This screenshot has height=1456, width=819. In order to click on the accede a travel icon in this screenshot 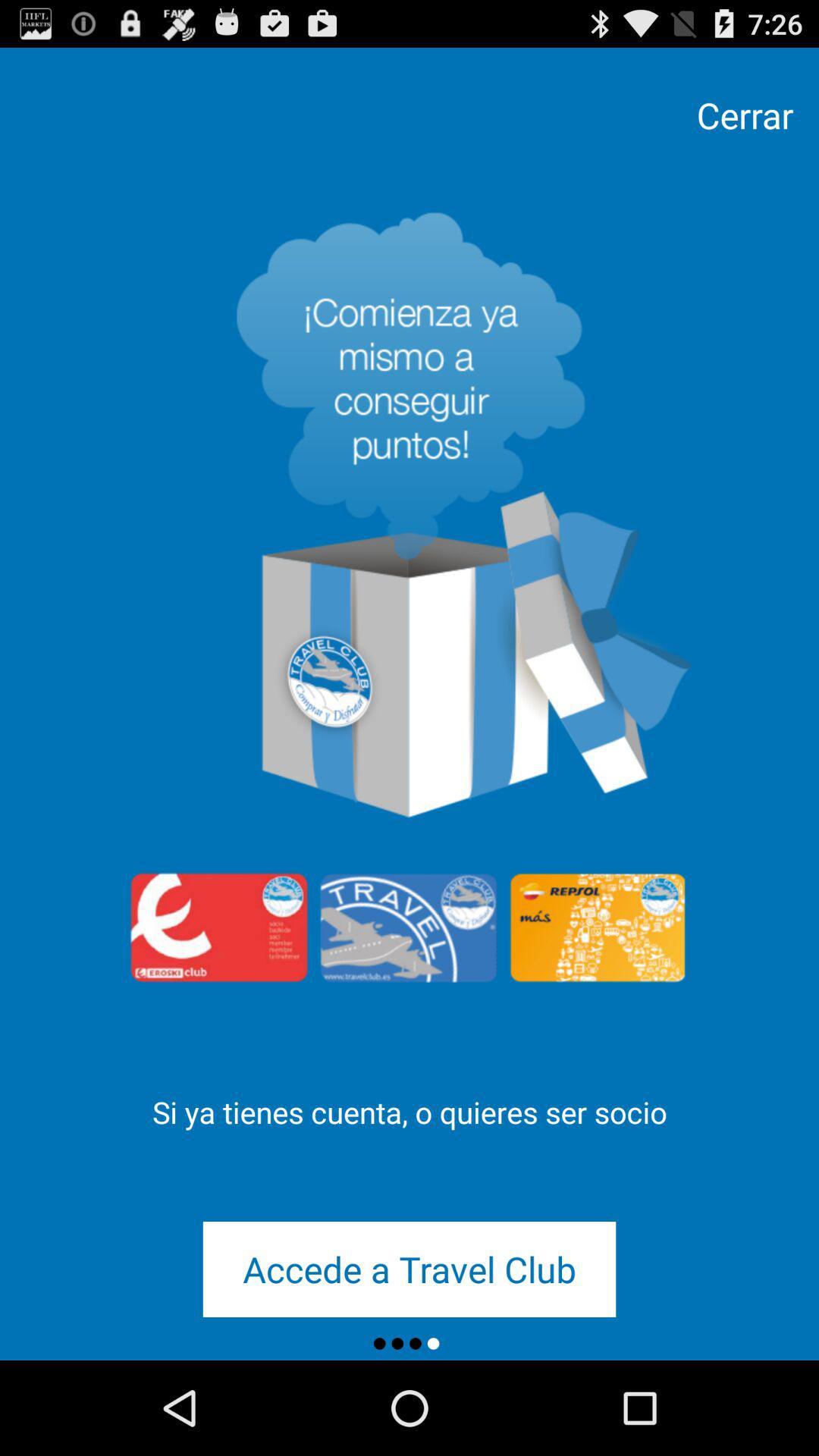, I will do `click(409, 1269)`.